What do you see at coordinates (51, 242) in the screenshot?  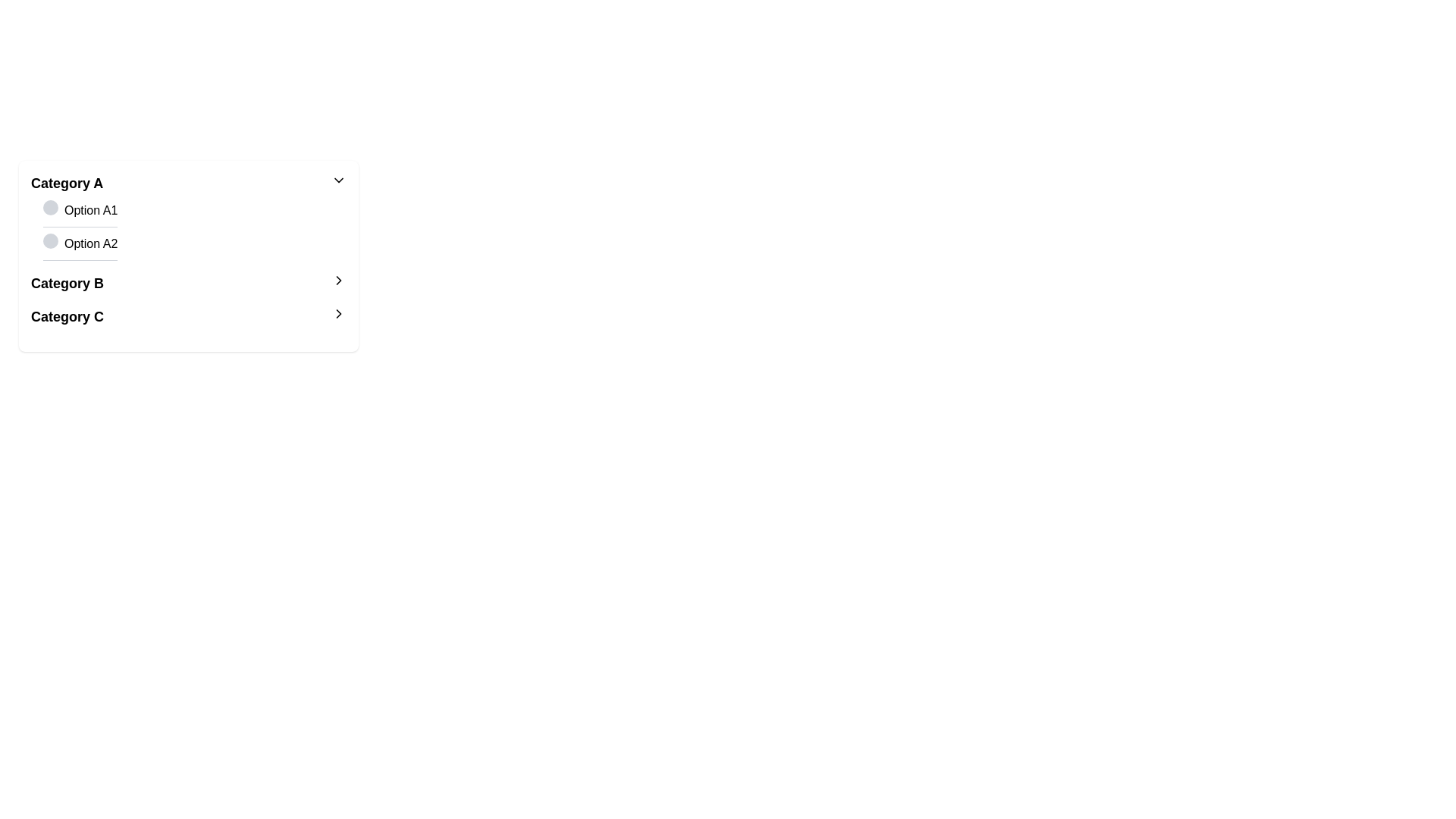 I see `the radio button for 'Option A2'` at bounding box center [51, 242].